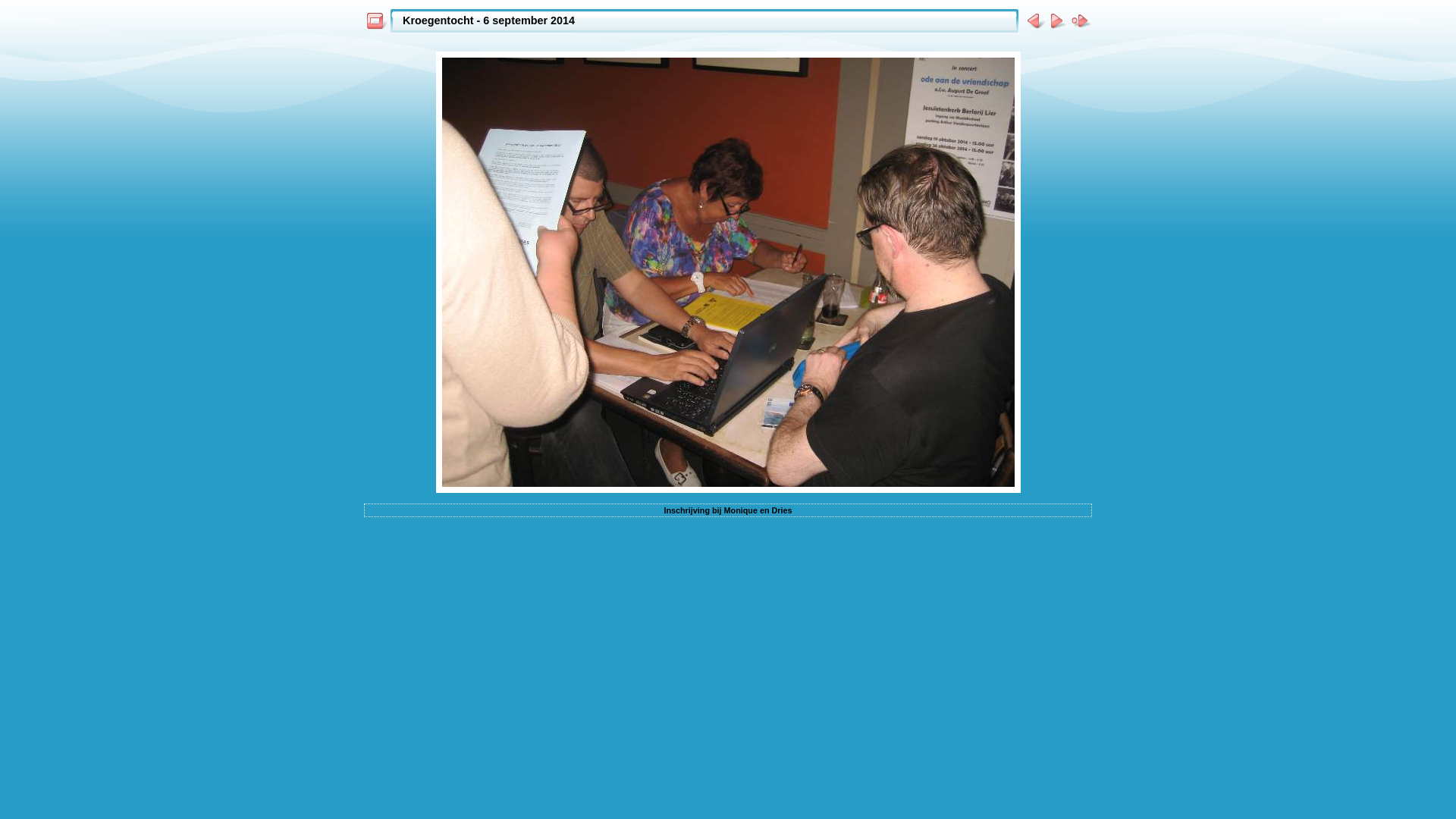  What do you see at coordinates (375, 20) in the screenshot?
I see `' Inhoudspagina '` at bounding box center [375, 20].